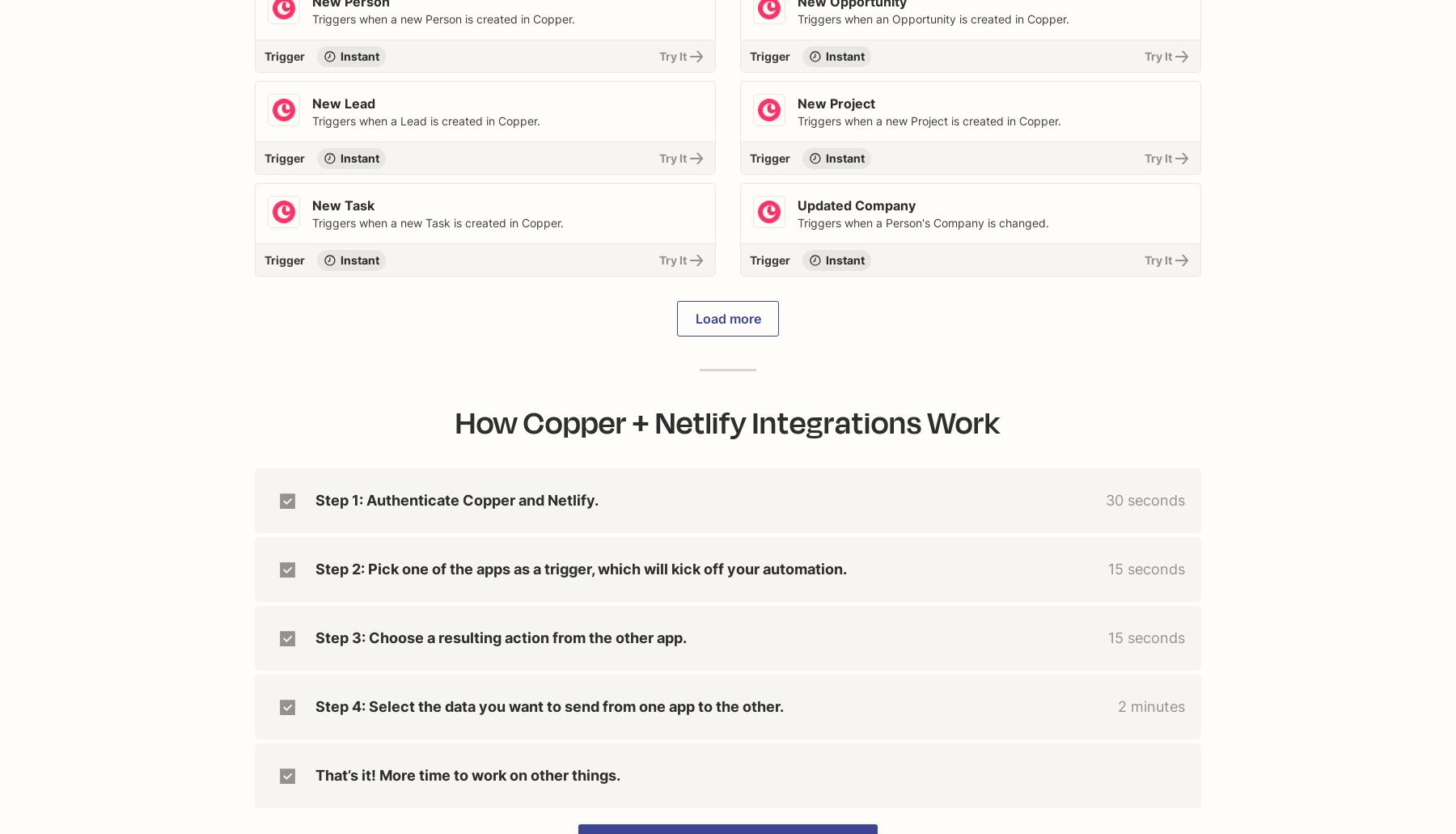 This screenshot has width=1456, height=834. I want to click on 'Triggers when a new Project is created in Copper.', so click(928, 120).